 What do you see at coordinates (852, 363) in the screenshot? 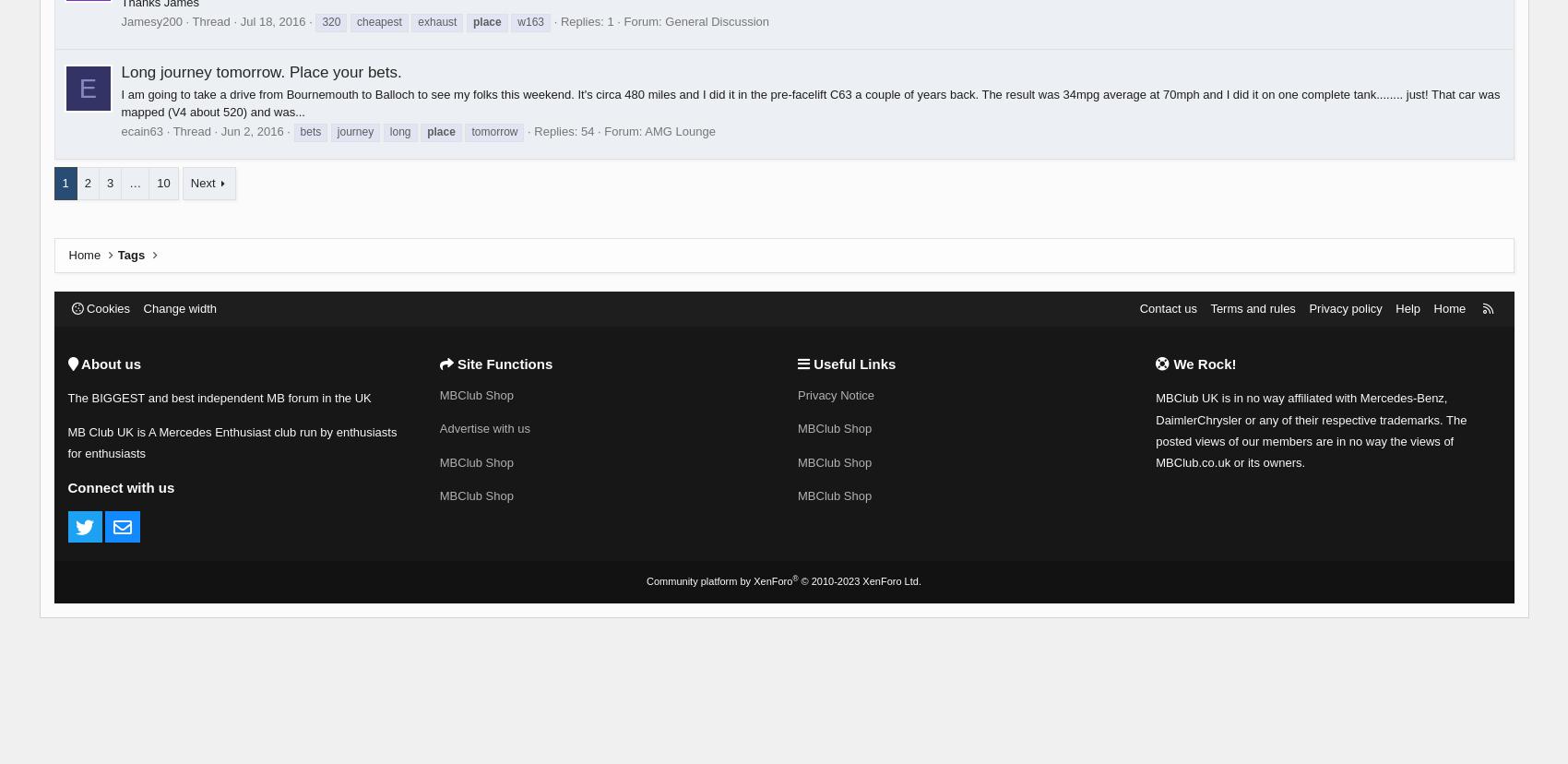
I see `'Useful Links'` at bounding box center [852, 363].